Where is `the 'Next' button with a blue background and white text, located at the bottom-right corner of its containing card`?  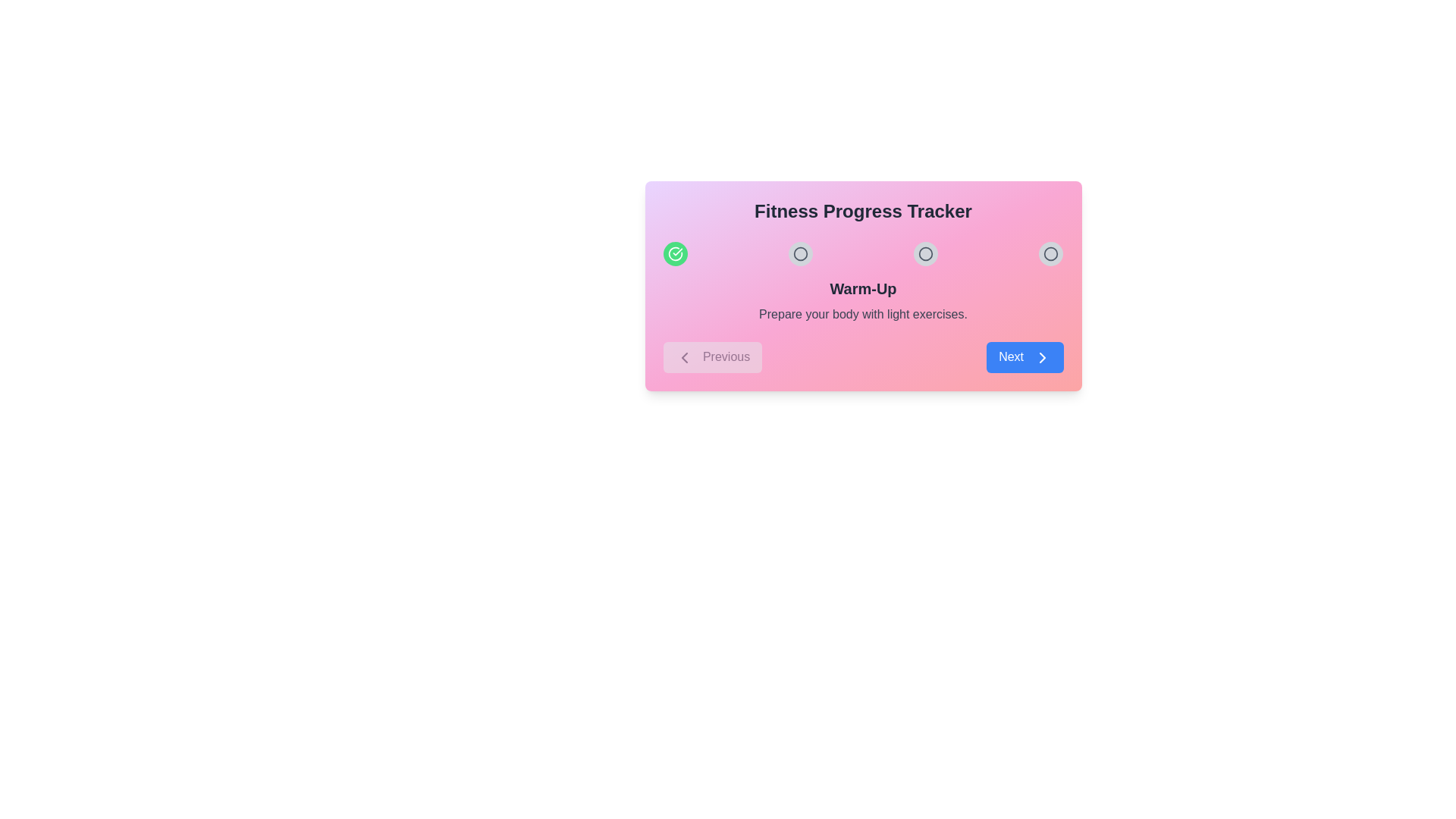 the 'Next' button with a blue background and white text, located at the bottom-right corner of its containing card is located at coordinates (1025, 357).